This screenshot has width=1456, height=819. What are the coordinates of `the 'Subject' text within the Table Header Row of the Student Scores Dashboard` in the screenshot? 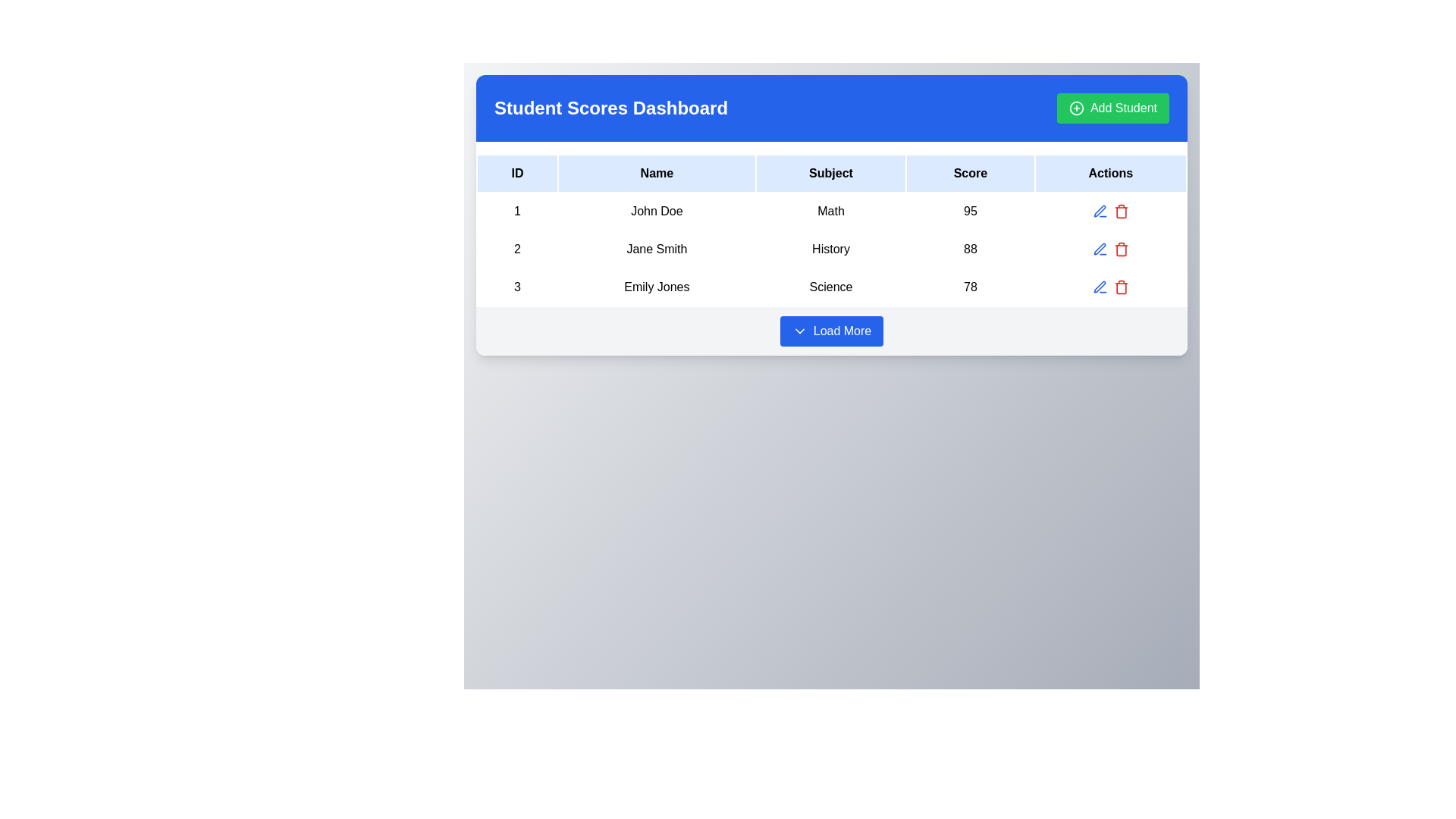 It's located at (831, 172).